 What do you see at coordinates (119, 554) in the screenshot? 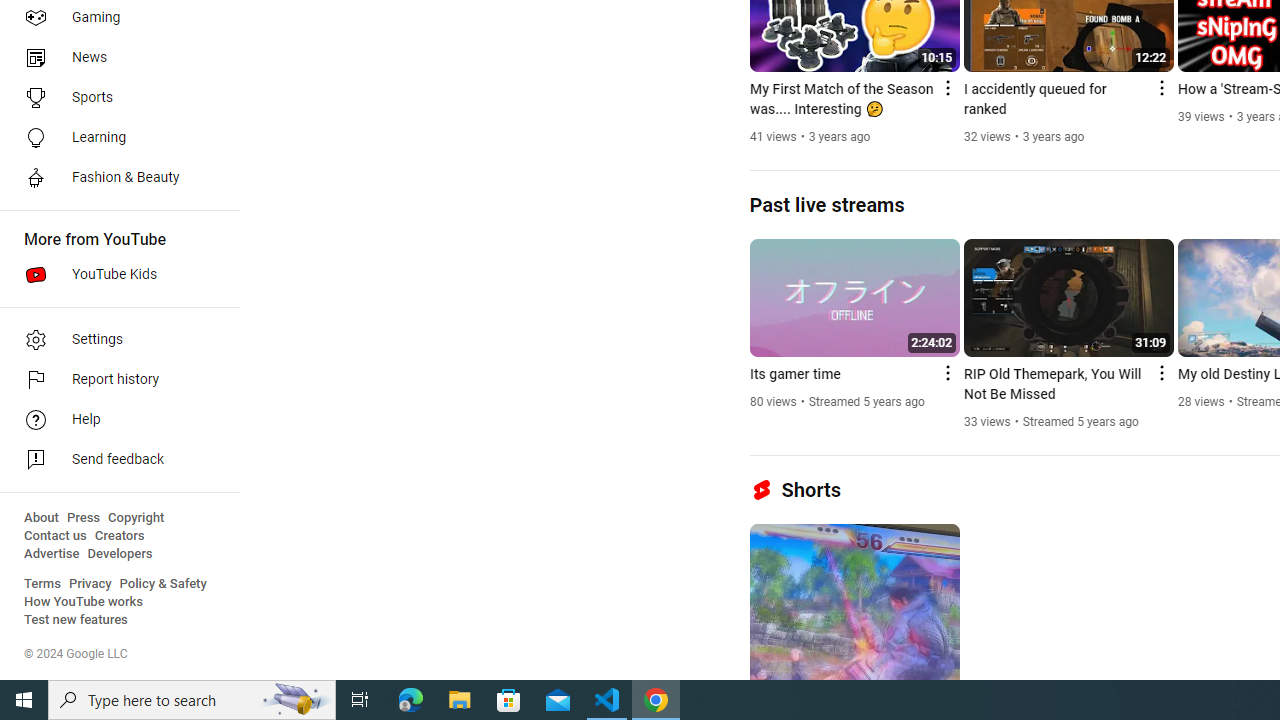
I see `'Developers'` at bounding box center [119, 554].